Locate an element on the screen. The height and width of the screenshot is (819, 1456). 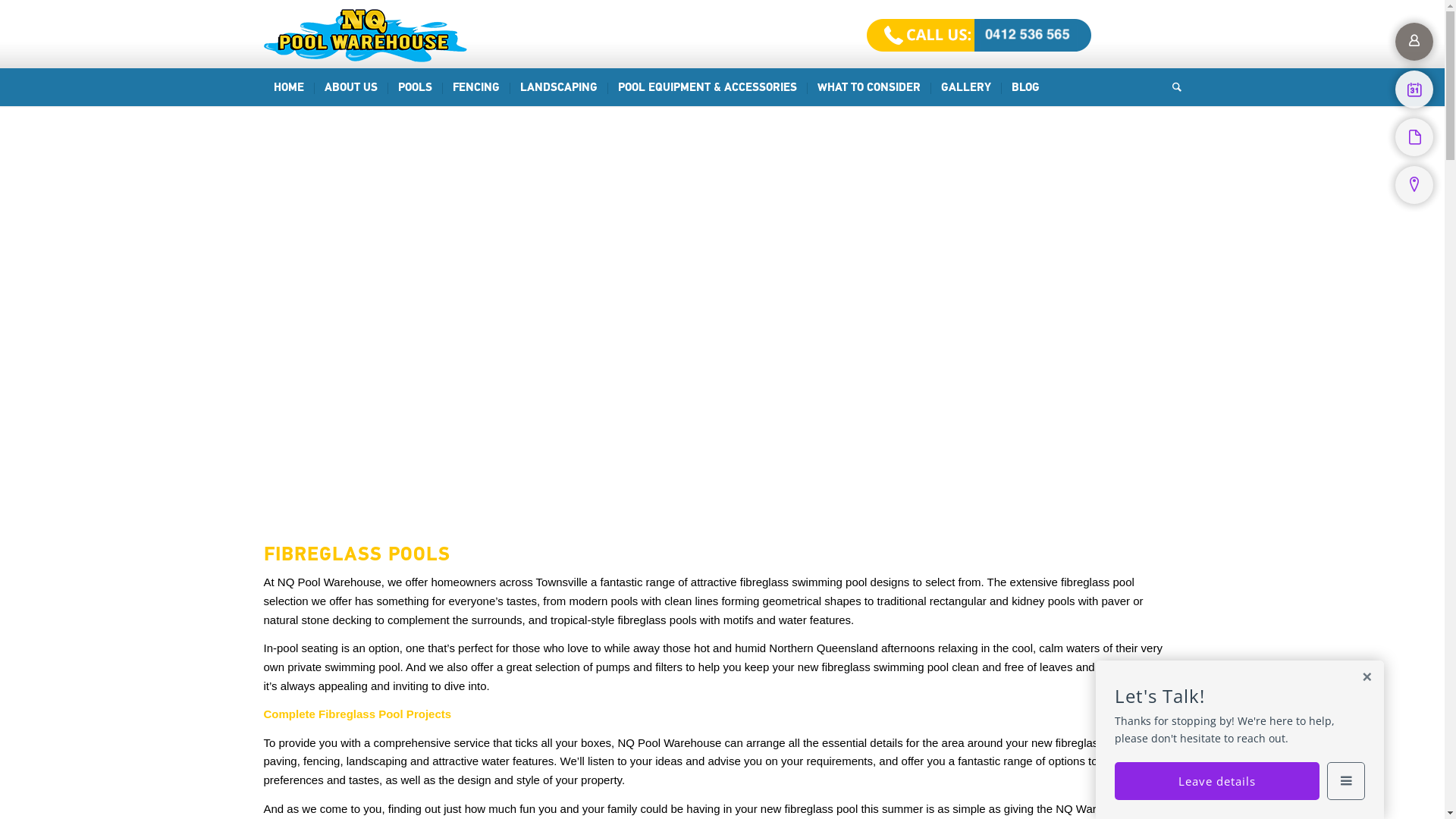
'FENCING' is located at coordinates (440, 87).